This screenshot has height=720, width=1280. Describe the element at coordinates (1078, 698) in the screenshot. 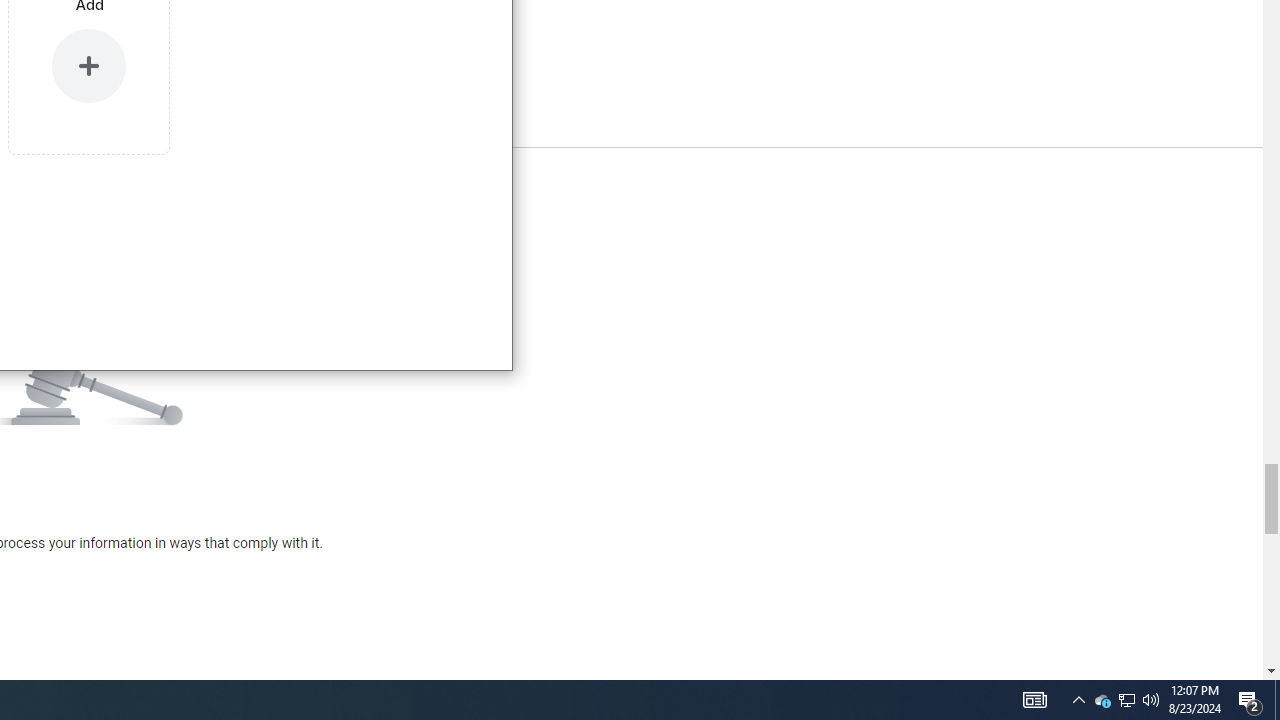

I see `'Notification Chevron'` at that location.